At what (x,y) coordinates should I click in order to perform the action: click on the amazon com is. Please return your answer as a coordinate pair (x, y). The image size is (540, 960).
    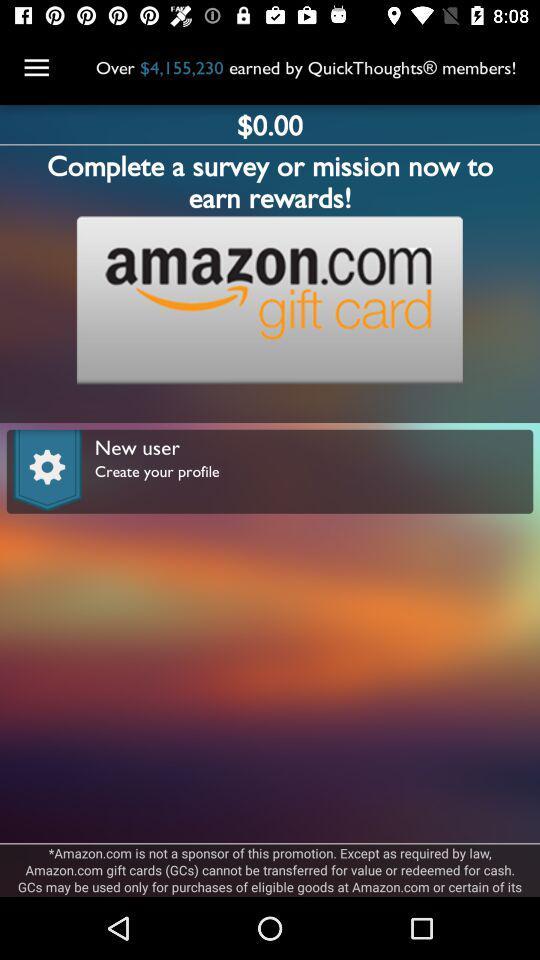
    Looking at the image, I should click on (270, 869).